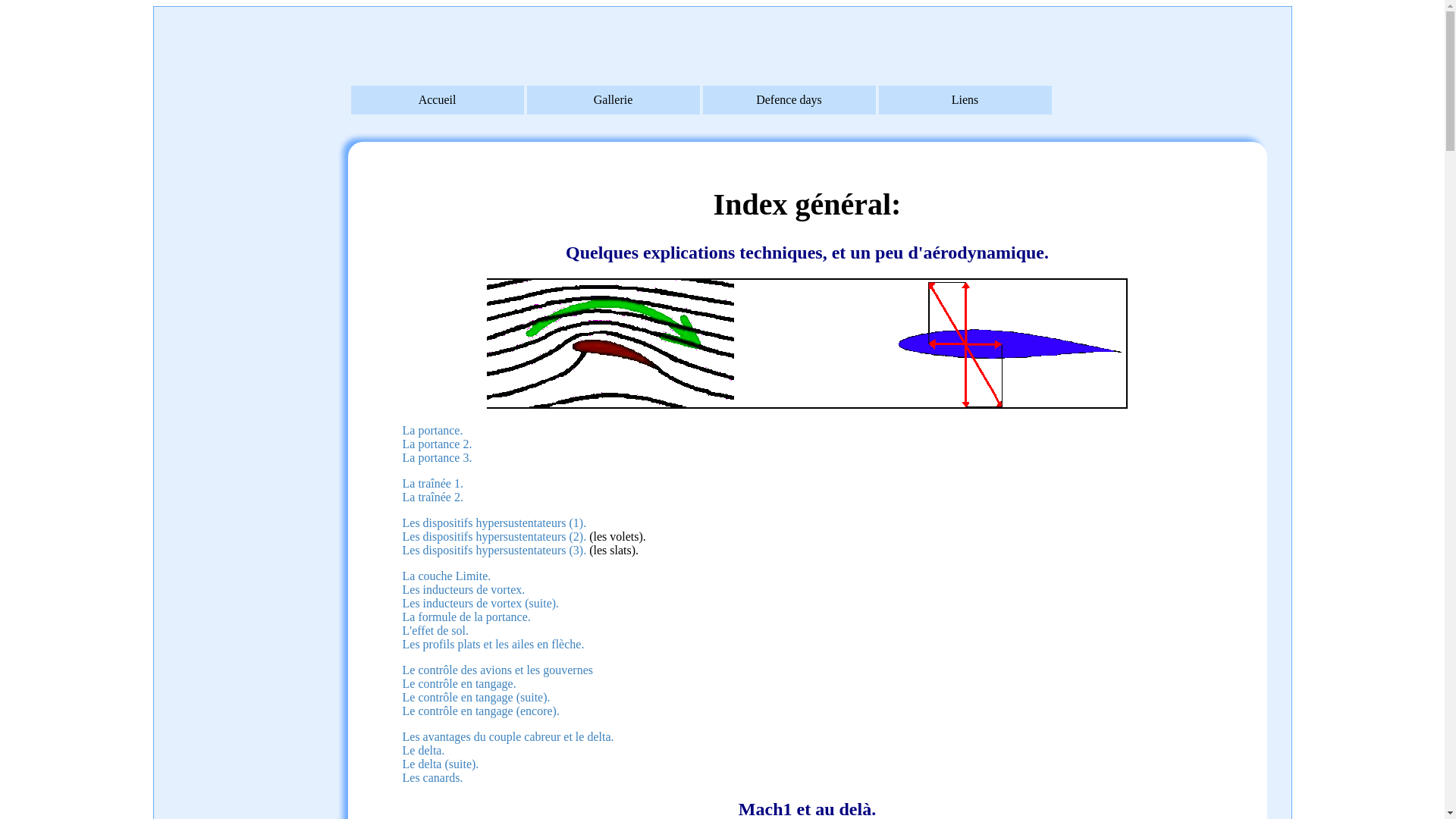  Describe the element at coordinates (434, 629) in the screenshot. I see `'L'effet de sol.'` at that location.